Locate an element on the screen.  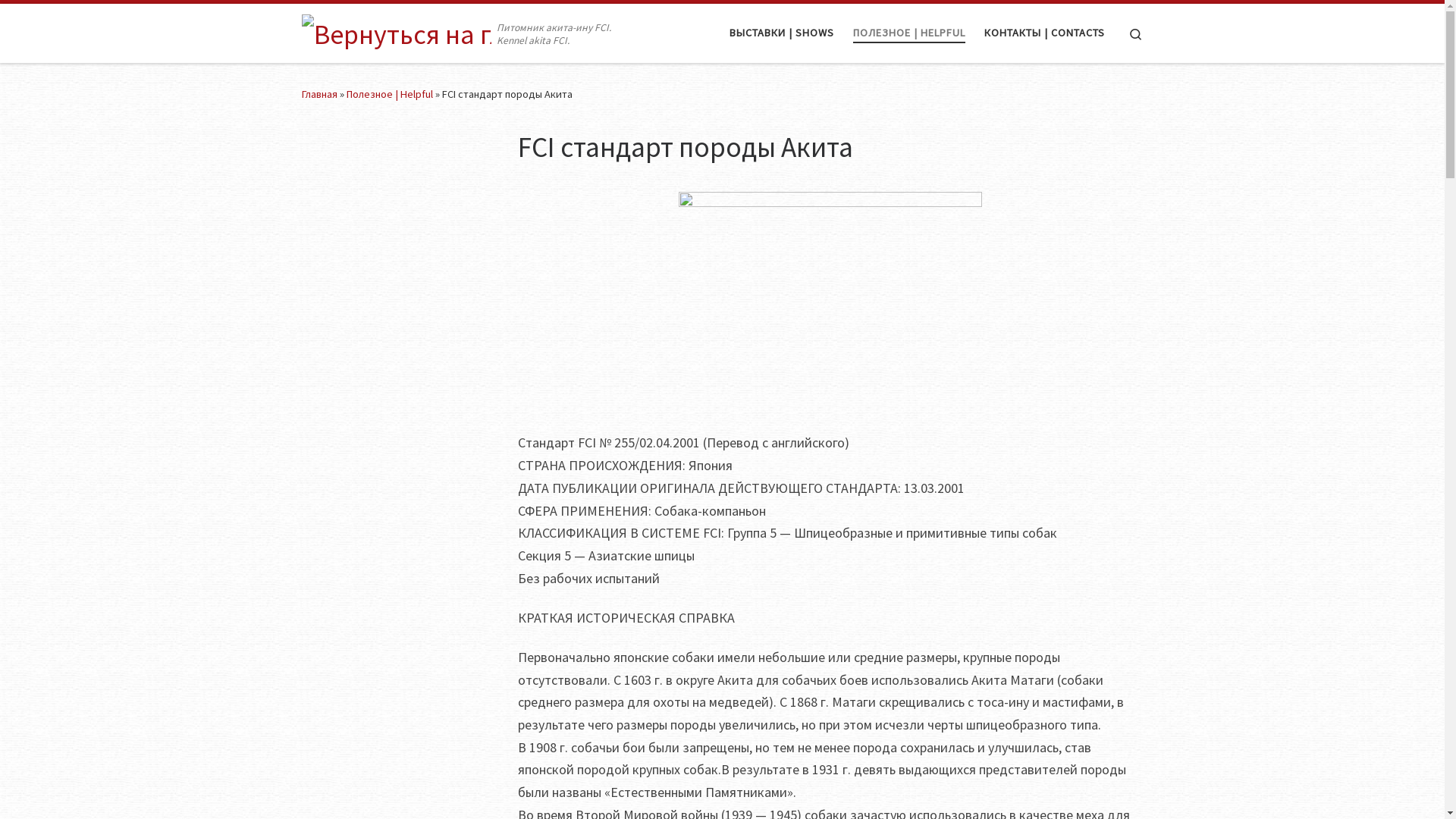
'Search' is located at coordinates (1116, 33).